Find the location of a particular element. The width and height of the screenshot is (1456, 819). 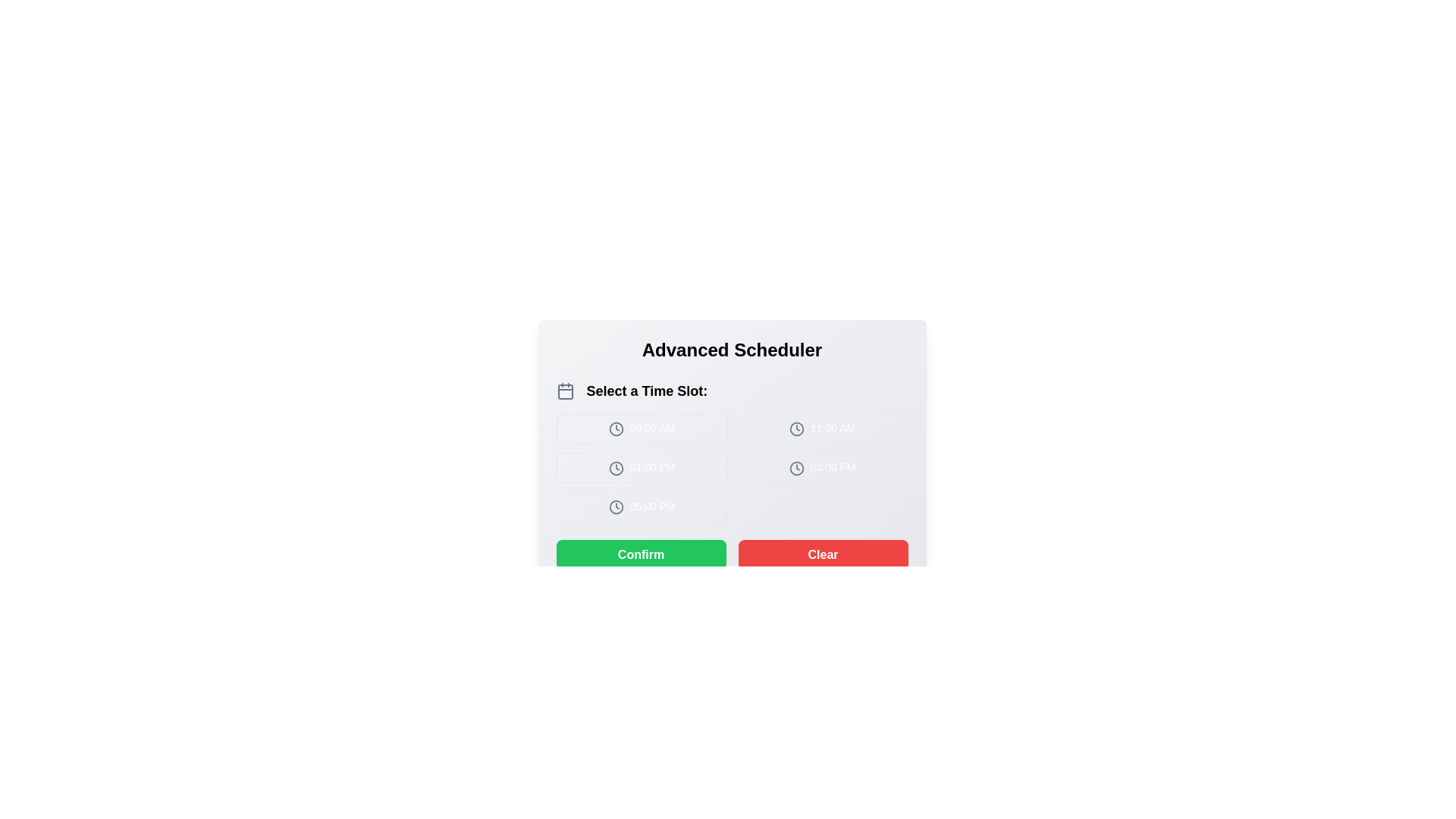

the time indicator icon located to the left of the '09:00 AM' label within the first selectable time slot button in the scheduler section is located at coordinates (616, 429).